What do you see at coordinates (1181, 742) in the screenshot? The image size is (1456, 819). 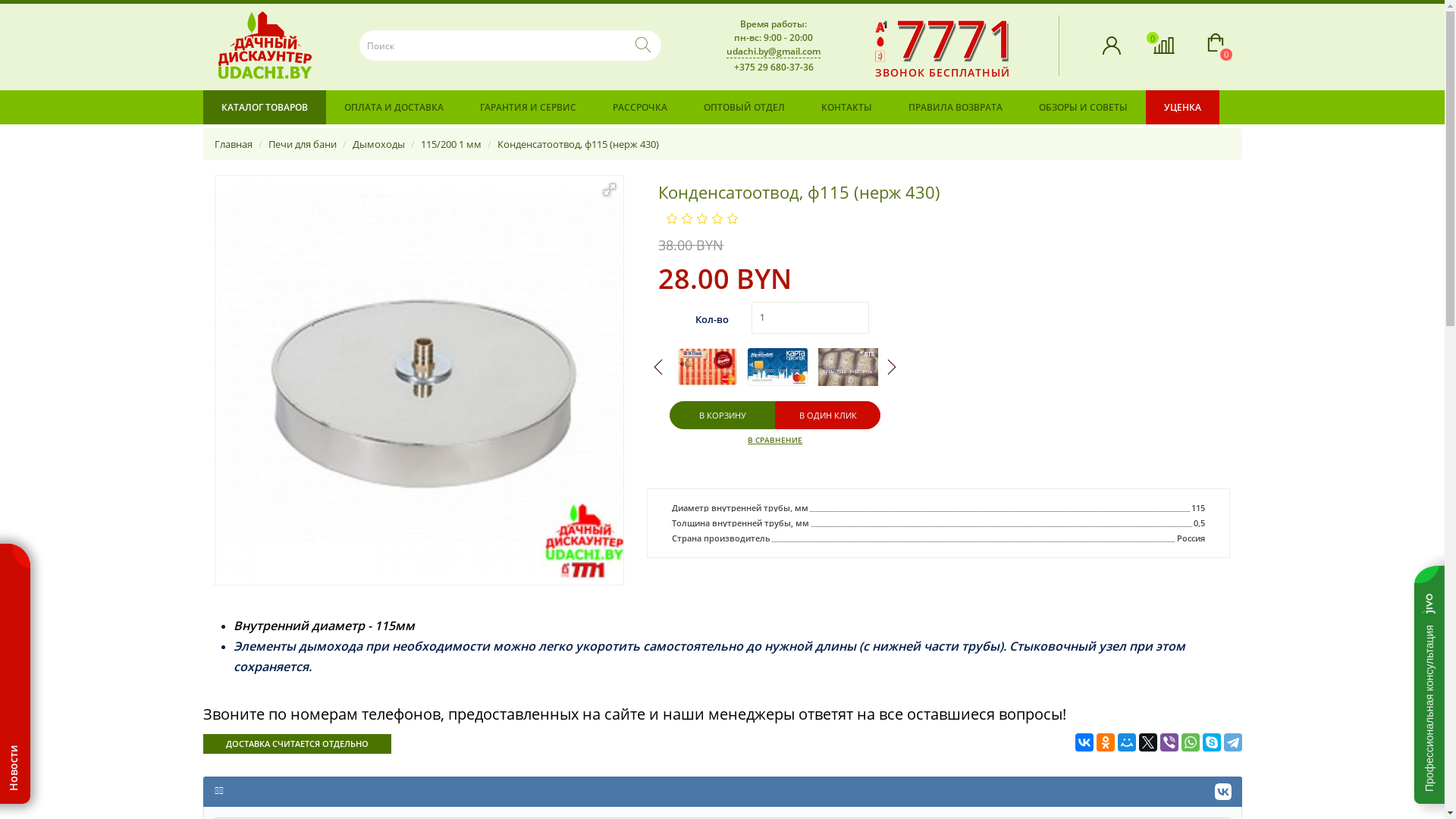 I see `'WhatsApp'` at bounding box center [1181, 742].